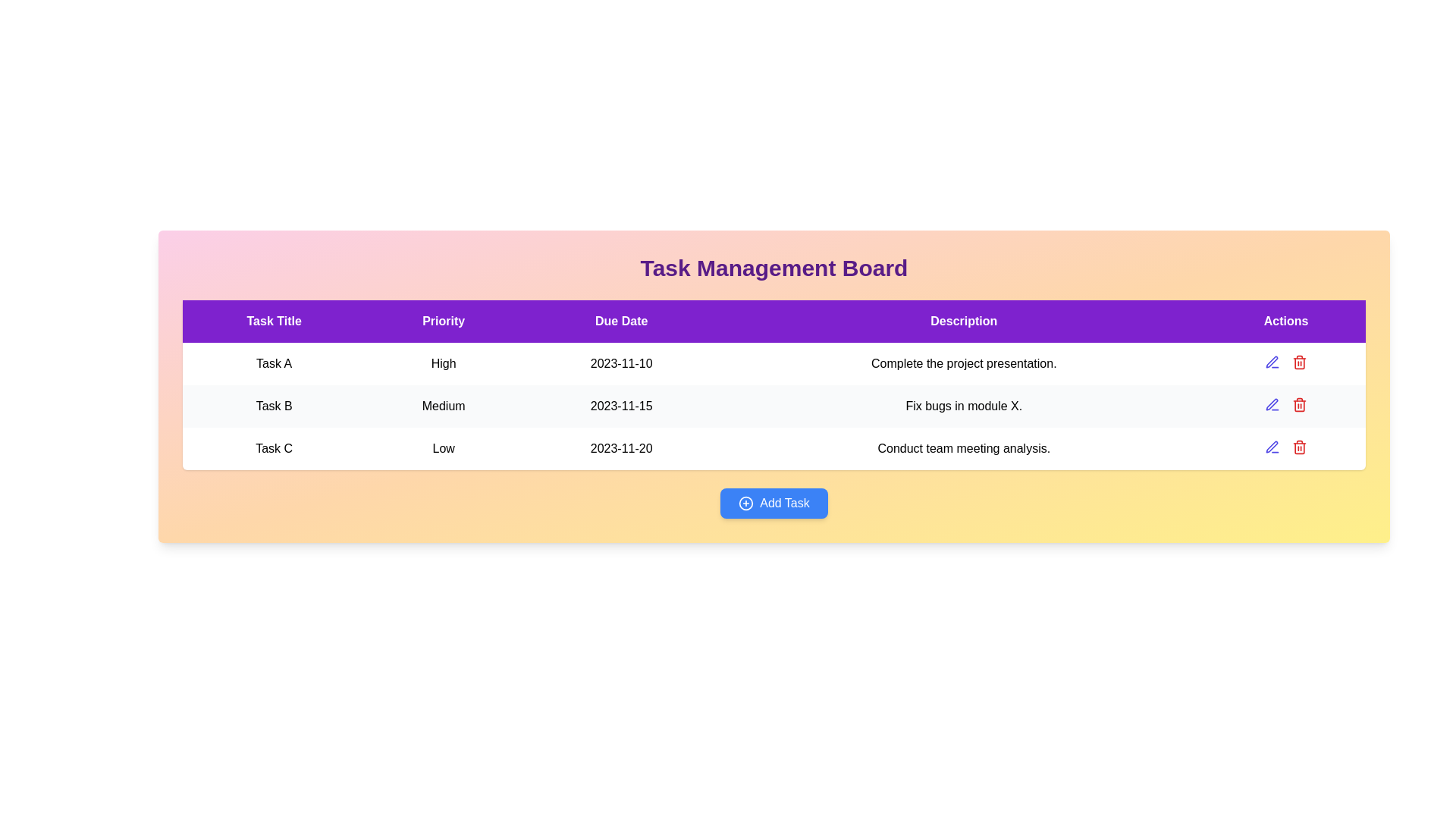 The image size is (1456, 819). What do you see at coordinates (774, 268) in the screenshot?
I see `the text header that reads 'Task Management Board,' which is styled with large bold lettering in purple and located at the upper section of a card component with a gradient background` at bounding box center [774, 268].